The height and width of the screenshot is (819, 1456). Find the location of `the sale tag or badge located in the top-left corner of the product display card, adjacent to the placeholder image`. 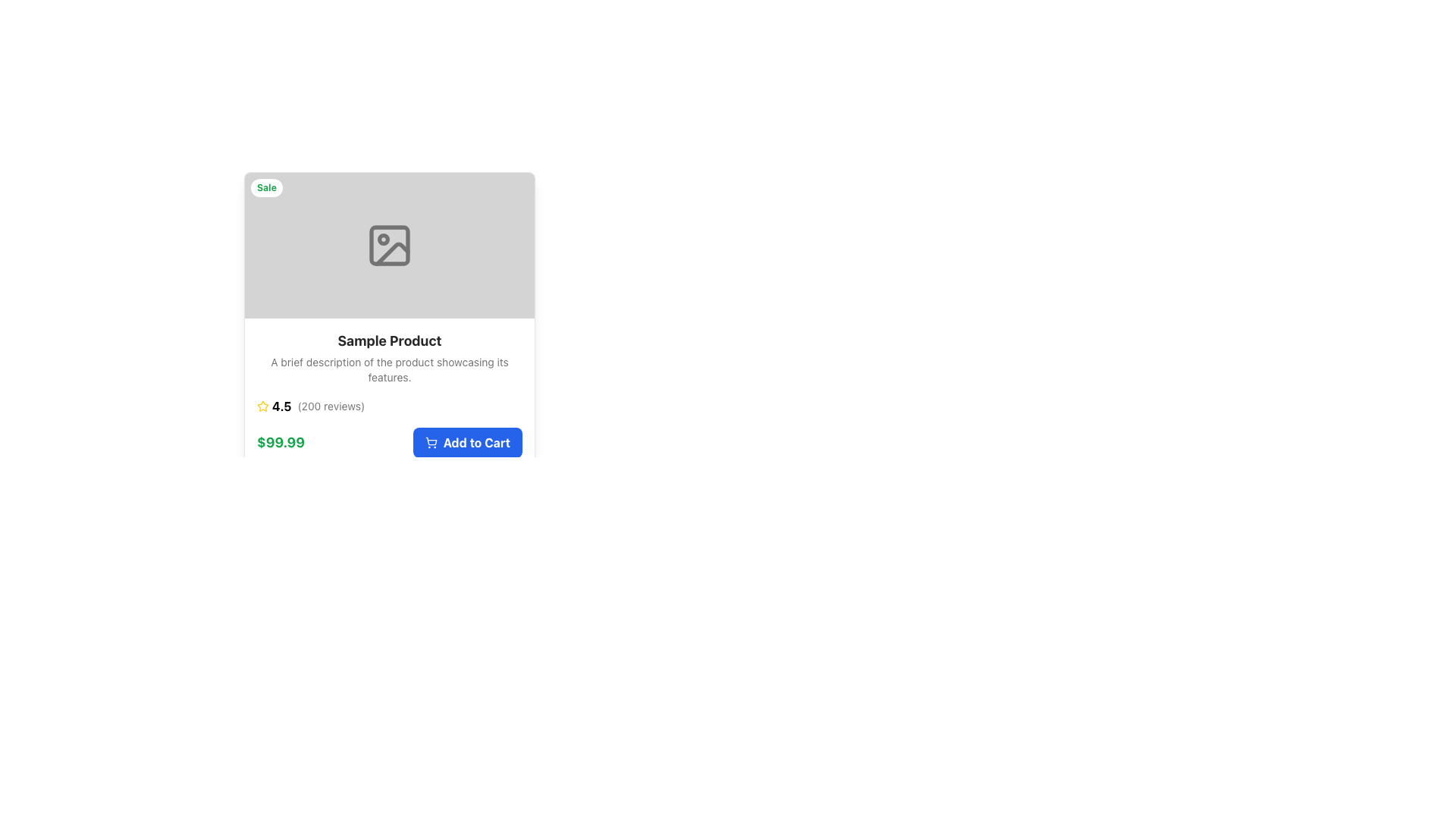

the sale tag or badge located in the top-left corner of the product display card, adjacent to the placeholder image is located at coordinates (266, 187).